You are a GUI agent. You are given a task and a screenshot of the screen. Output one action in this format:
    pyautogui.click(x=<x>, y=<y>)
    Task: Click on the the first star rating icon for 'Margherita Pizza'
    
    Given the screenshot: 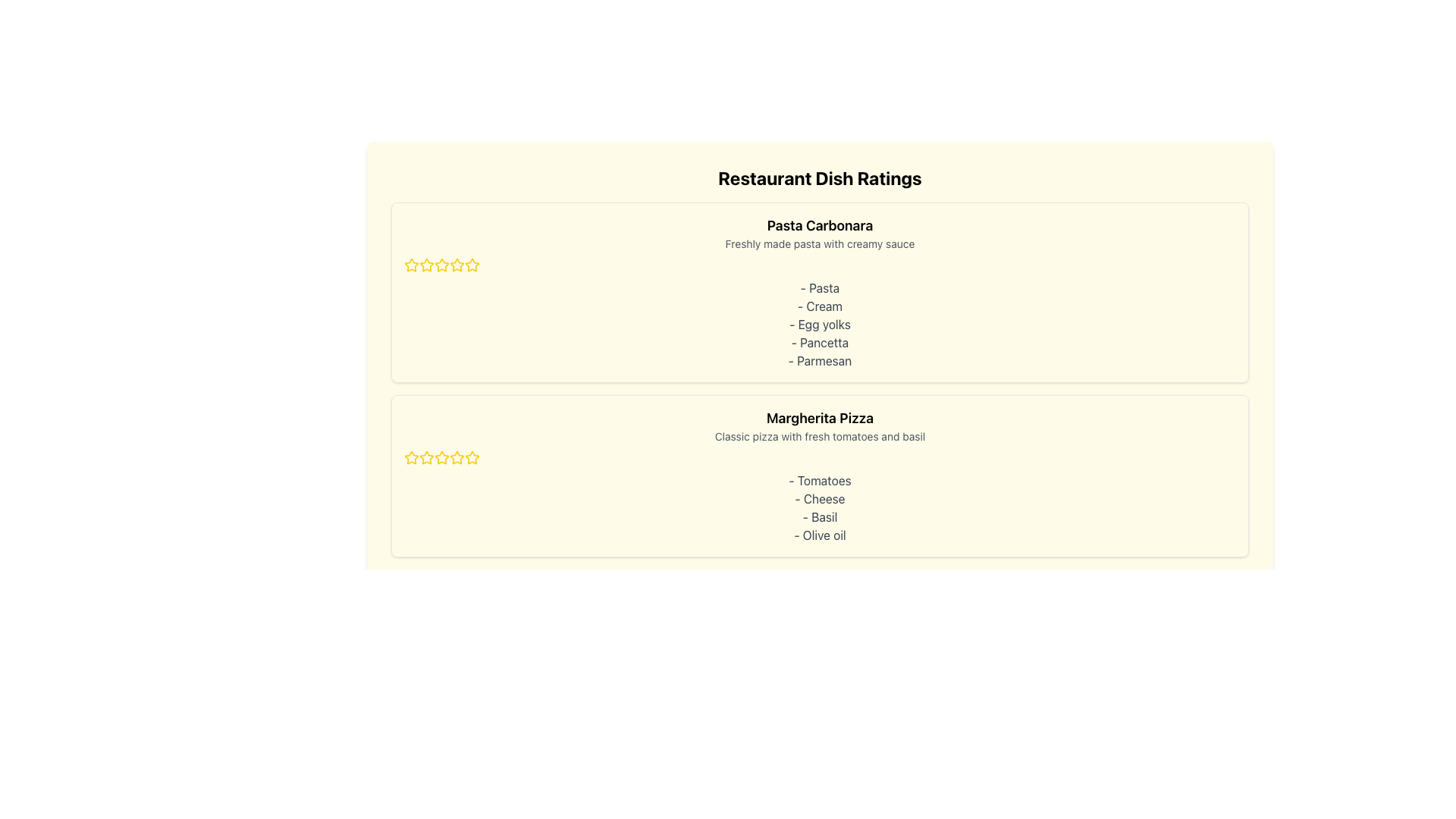 What is the action you would take?
    pyautogui.click(x=425, y=457)
    